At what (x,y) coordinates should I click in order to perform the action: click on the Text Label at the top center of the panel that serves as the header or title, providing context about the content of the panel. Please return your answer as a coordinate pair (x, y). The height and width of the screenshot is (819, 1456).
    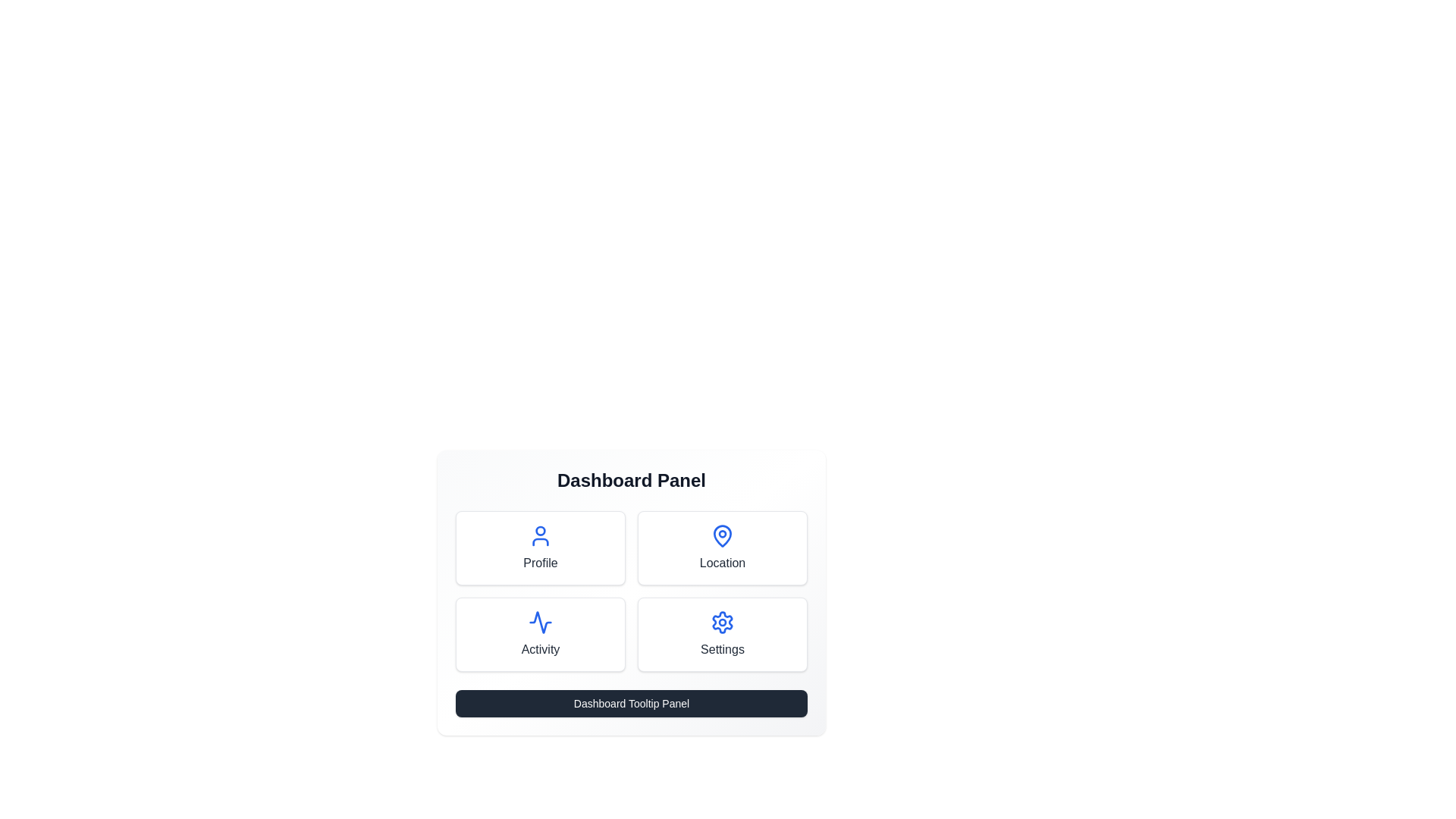
    Looking at the image, I should click on (632, 480).